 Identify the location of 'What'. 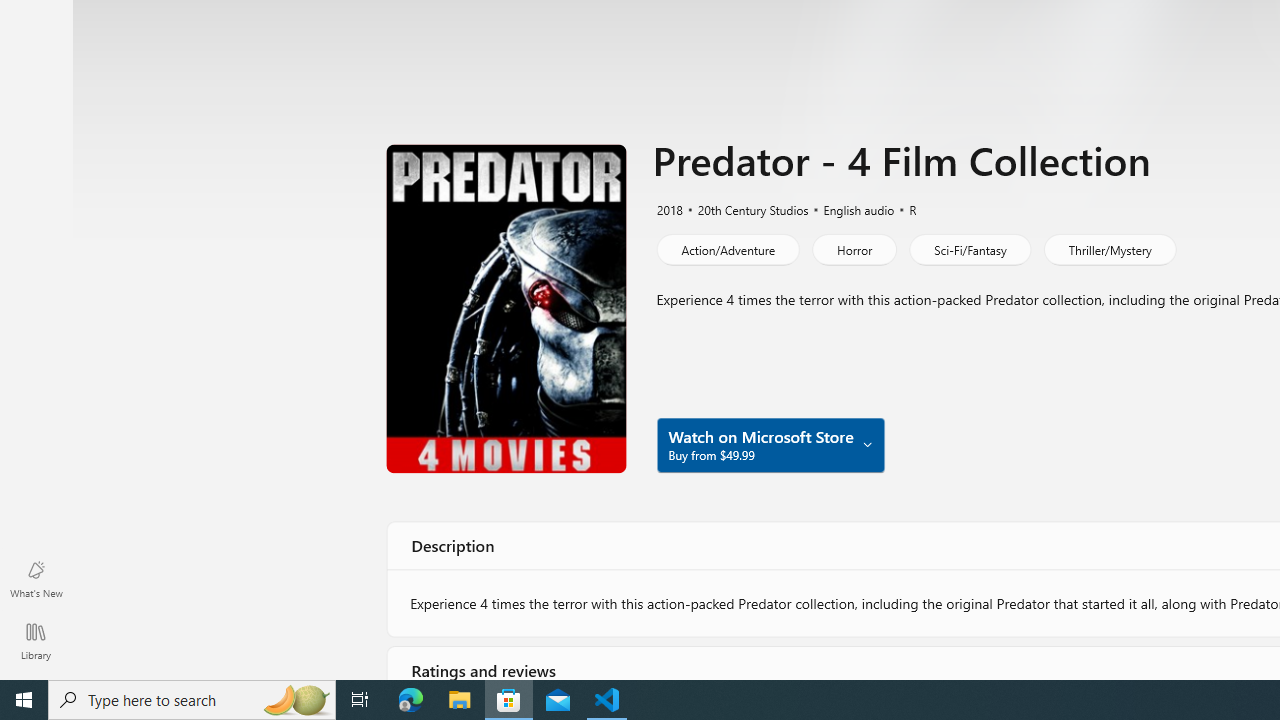
(35, 578).